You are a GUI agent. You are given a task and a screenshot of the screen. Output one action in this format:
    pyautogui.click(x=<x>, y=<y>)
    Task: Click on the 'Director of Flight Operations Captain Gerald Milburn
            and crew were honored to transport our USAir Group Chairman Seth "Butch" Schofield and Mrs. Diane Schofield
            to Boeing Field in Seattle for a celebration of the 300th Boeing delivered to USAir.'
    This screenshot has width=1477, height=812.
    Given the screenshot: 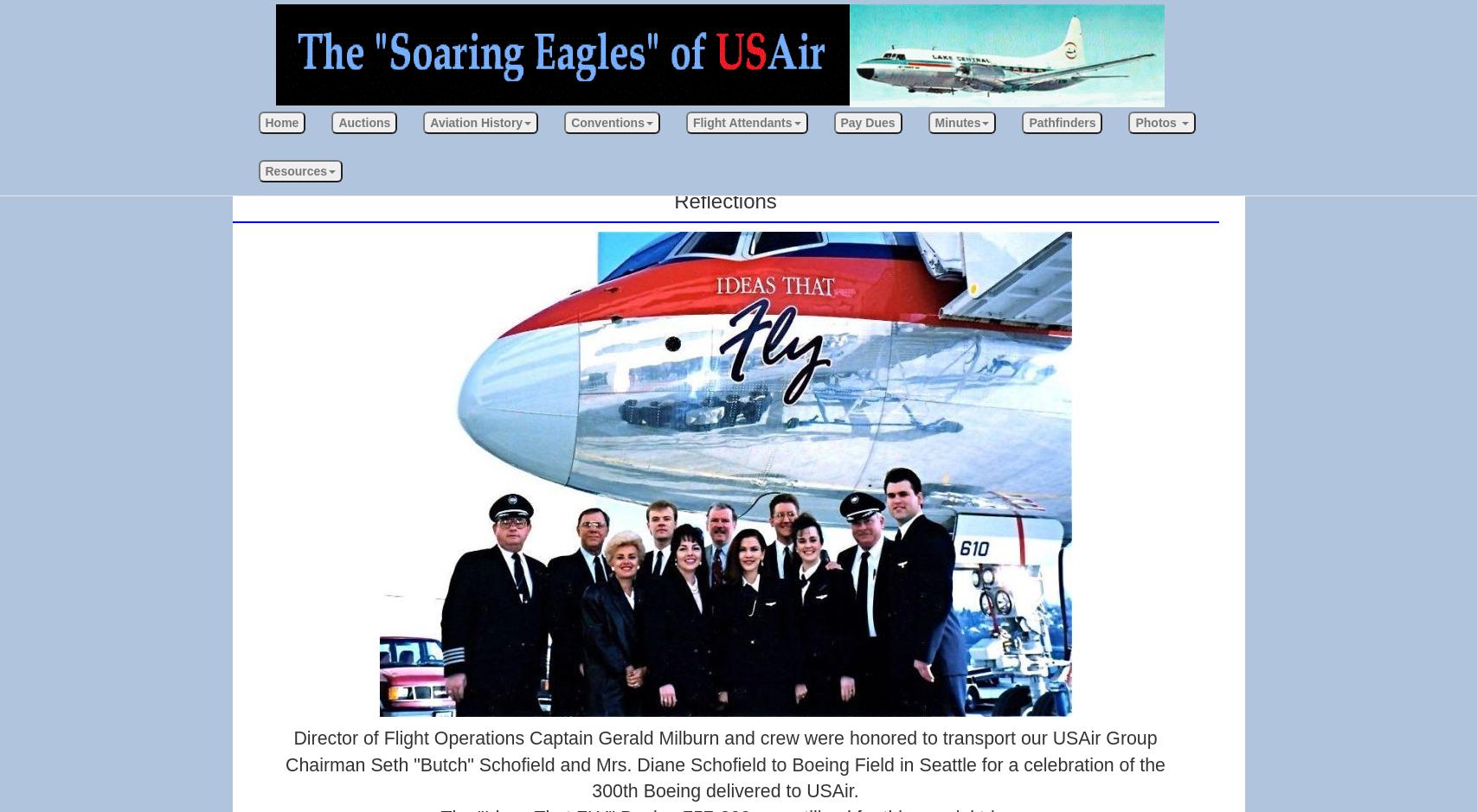 What is the action you would take?
    pyautogui.click(x=724, y=764)
    